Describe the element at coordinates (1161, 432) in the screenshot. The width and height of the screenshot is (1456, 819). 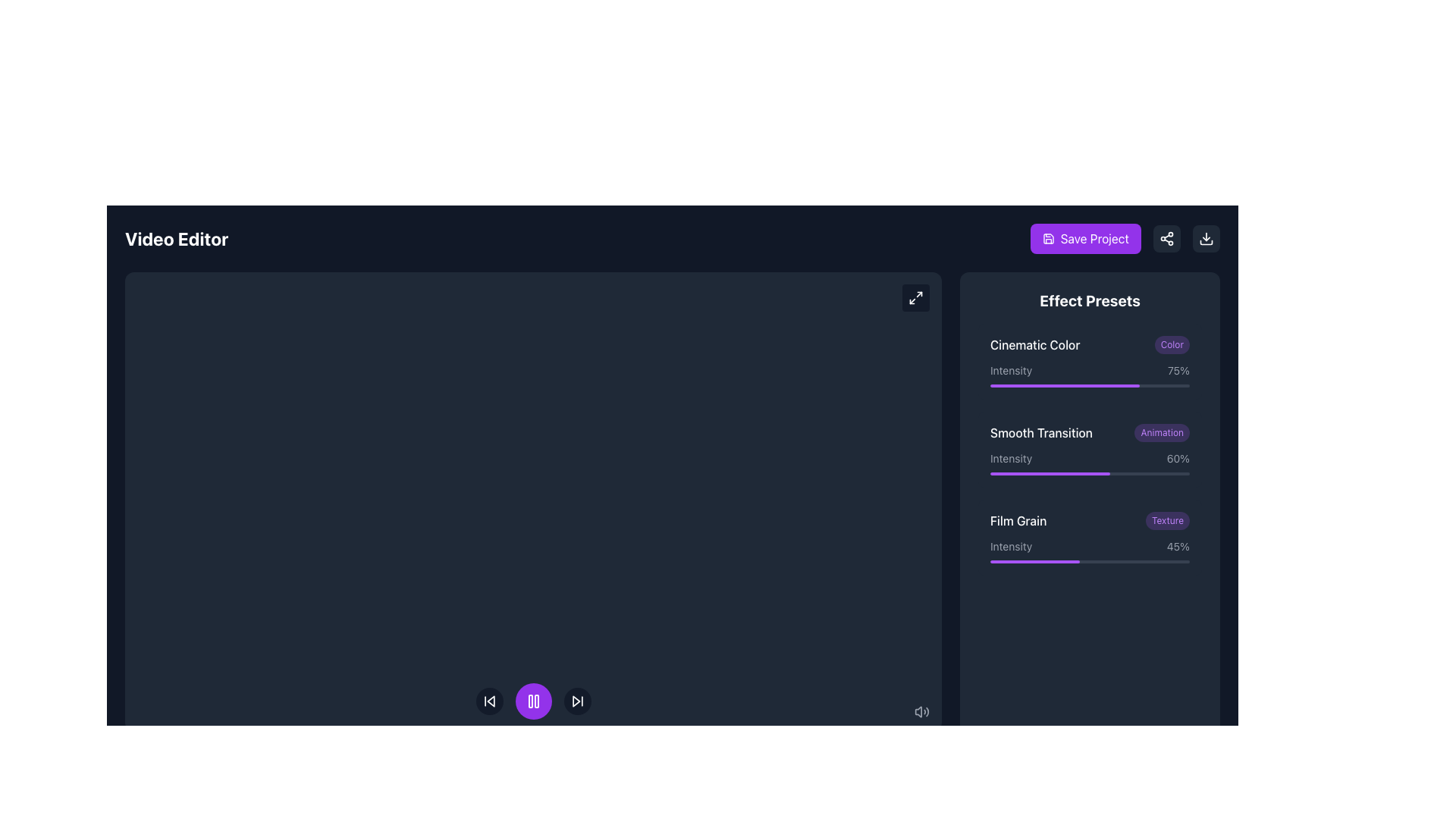
I see `the label or tag that serves as a category marker to the right of the 'Smooth Transition' text` at that location.